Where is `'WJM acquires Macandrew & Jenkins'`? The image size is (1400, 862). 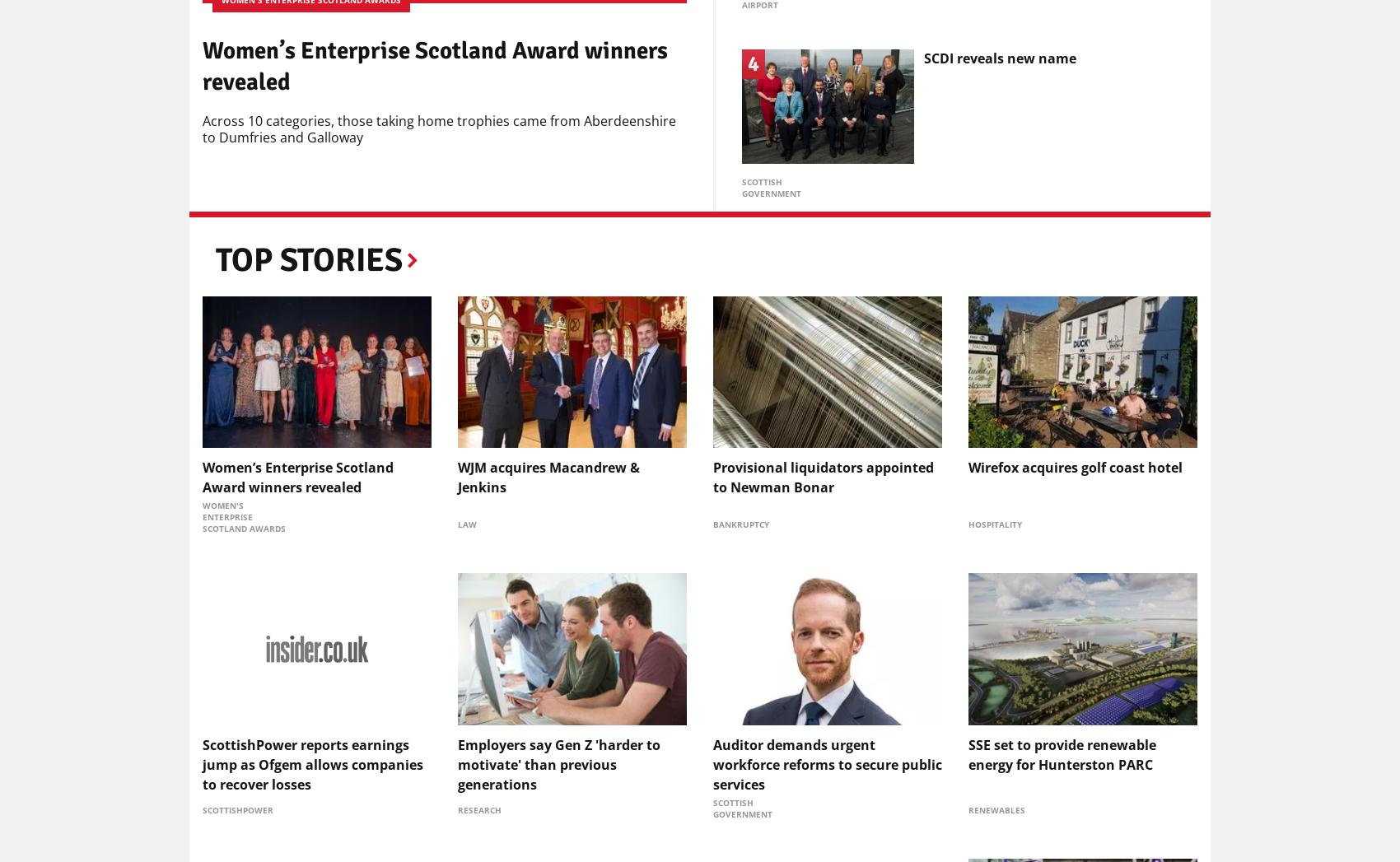 'WJM acquires Macandrew & Jenkins' is located at coordinates (457, 477).